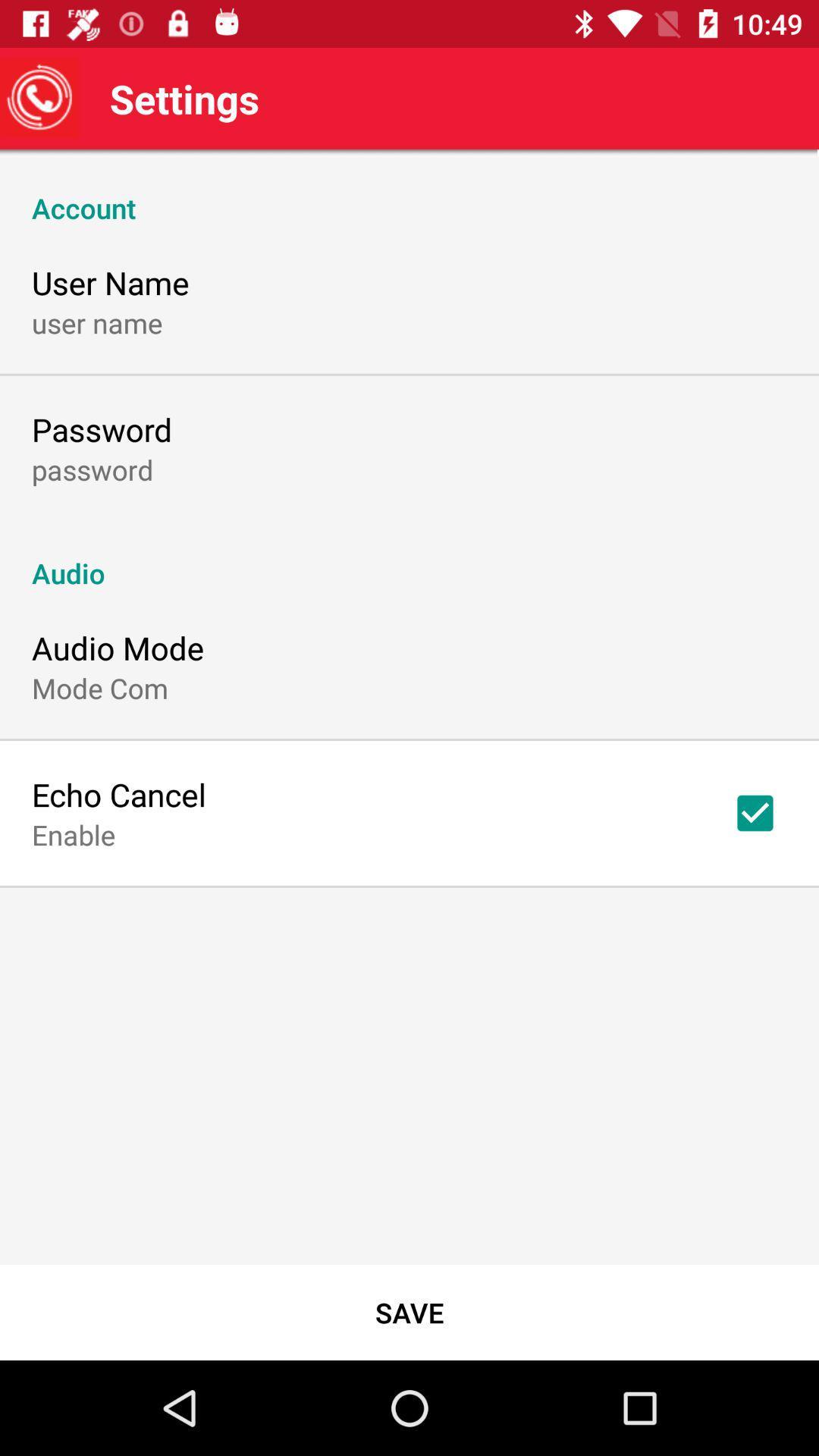 The width and height of the screenshot is (819, 1456). Describe the element at coordinates (755, 812) in the screenshot. I see `the icon above save icon` at that location.